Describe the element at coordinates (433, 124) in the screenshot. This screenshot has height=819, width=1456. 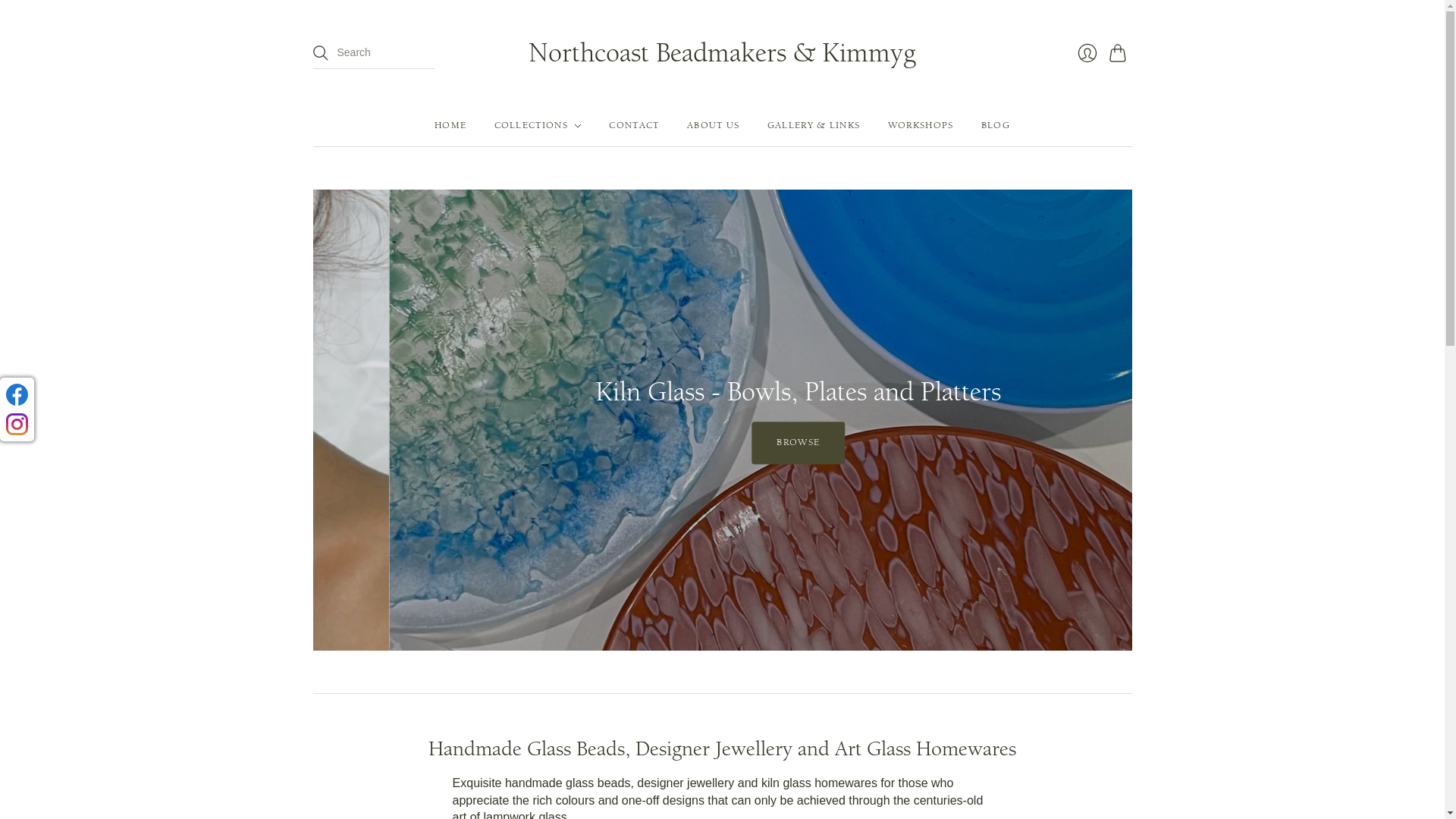
I see `'HOME'` at that location.